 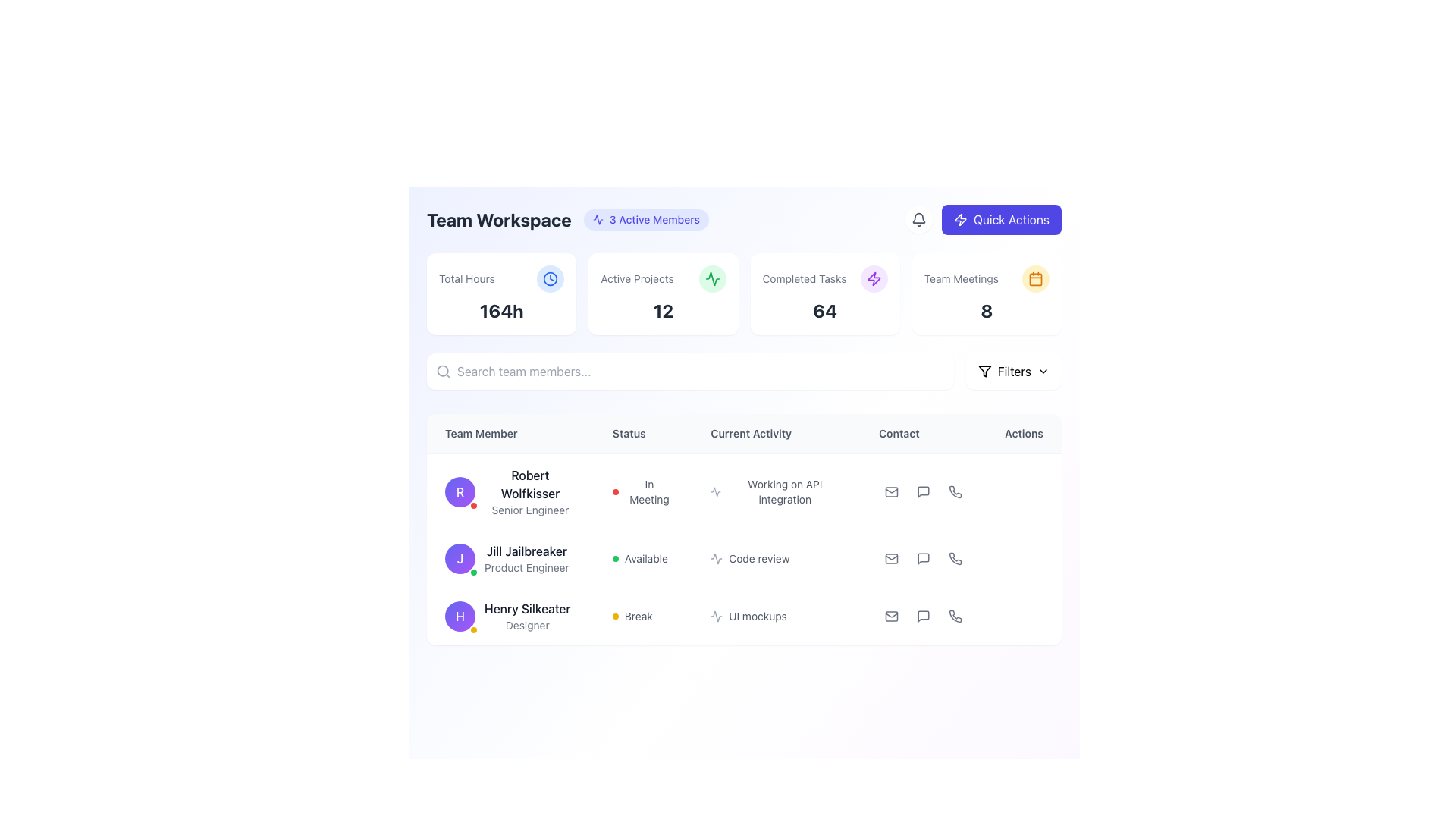 What do you see at coordinates (923, 491) in the screenshot?
I see `the speech bubble icon located in the 'Actions' column of the first row of the team member table` at bounding box center [923, 491].